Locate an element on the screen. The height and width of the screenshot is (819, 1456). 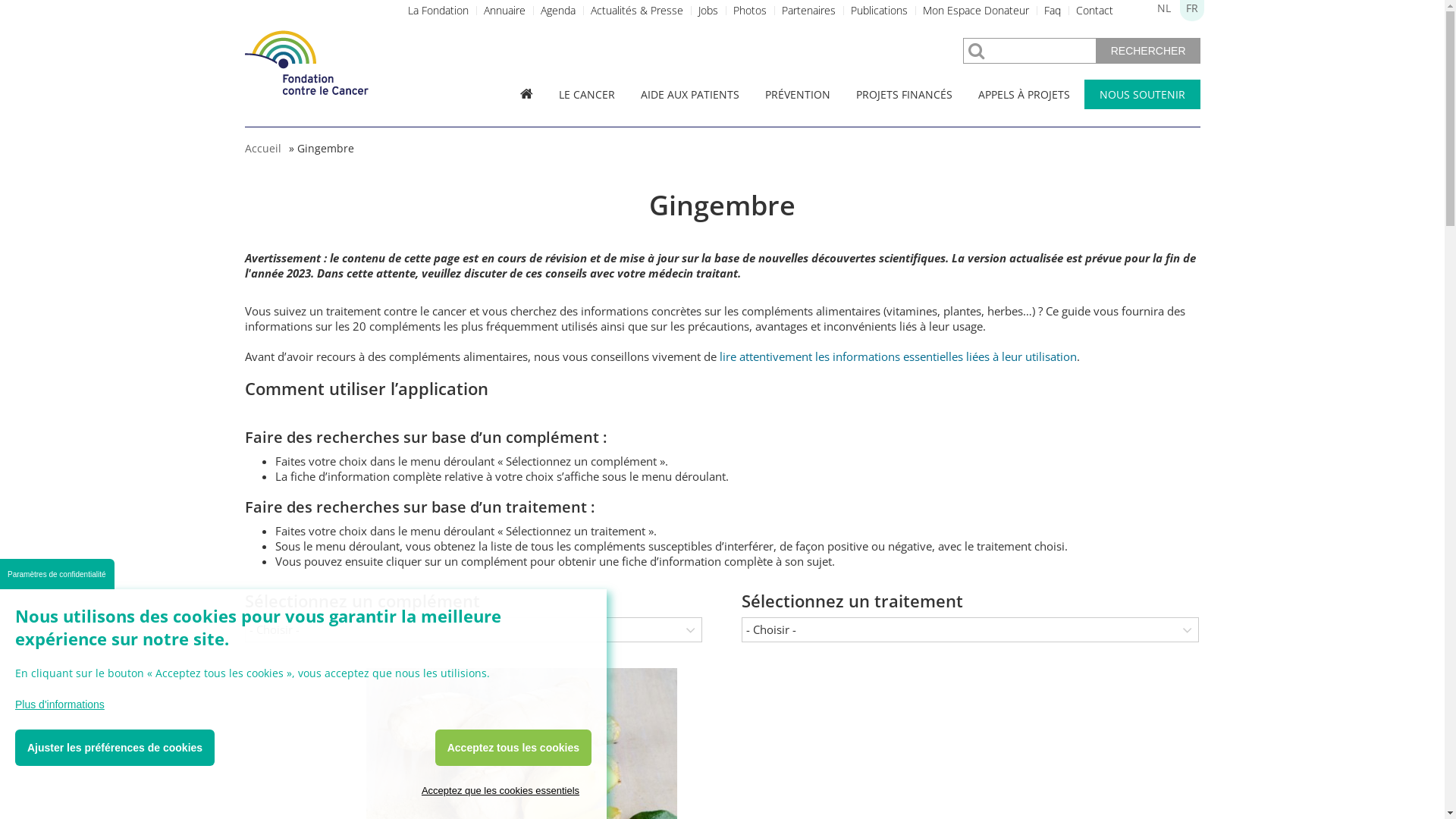
'HOME' is located at coordinates (526, 93).